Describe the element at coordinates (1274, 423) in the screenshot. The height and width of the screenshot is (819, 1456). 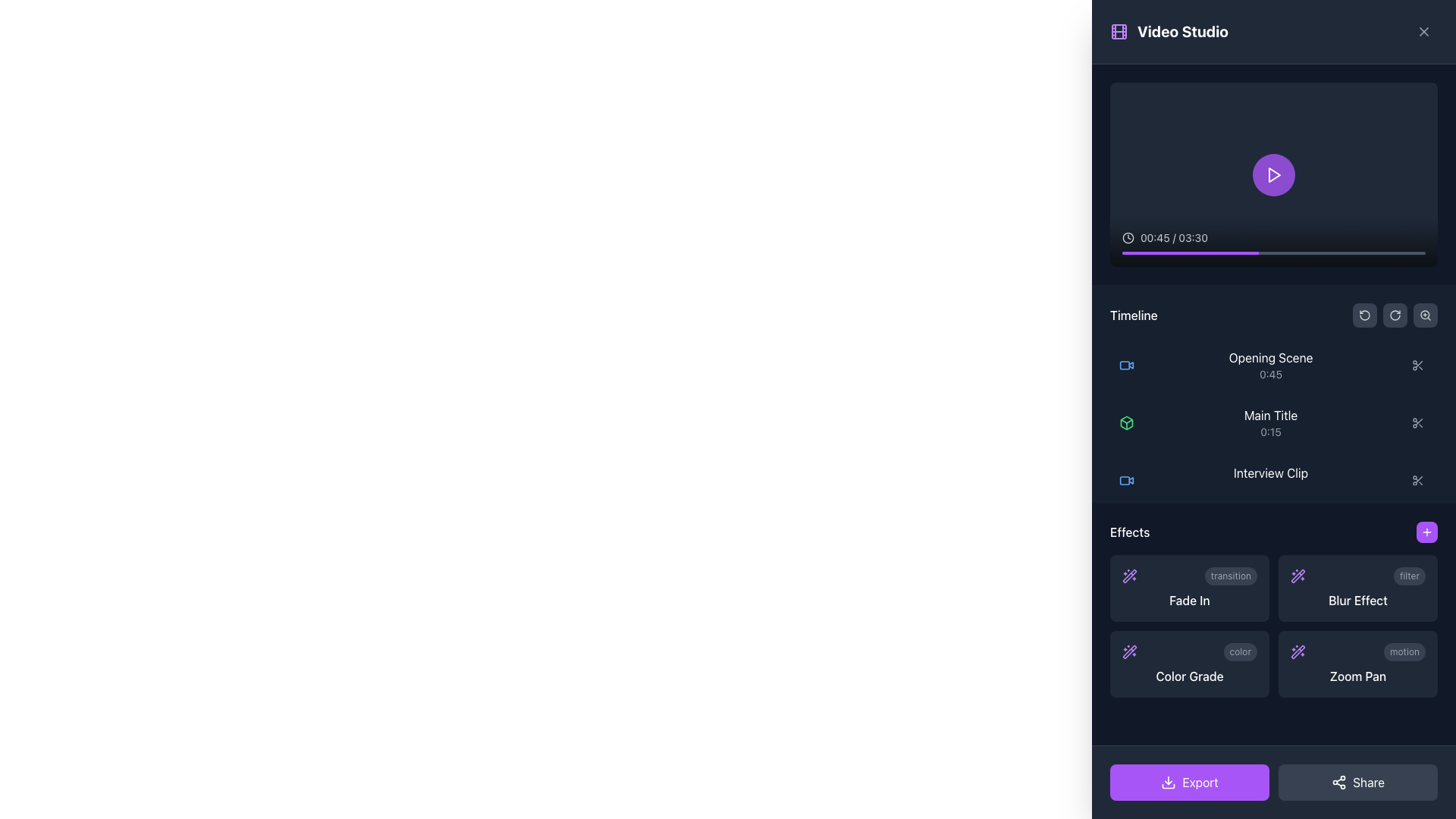
I see `the timeline entry labeled 'Main Title', which is the second entry` at that location.